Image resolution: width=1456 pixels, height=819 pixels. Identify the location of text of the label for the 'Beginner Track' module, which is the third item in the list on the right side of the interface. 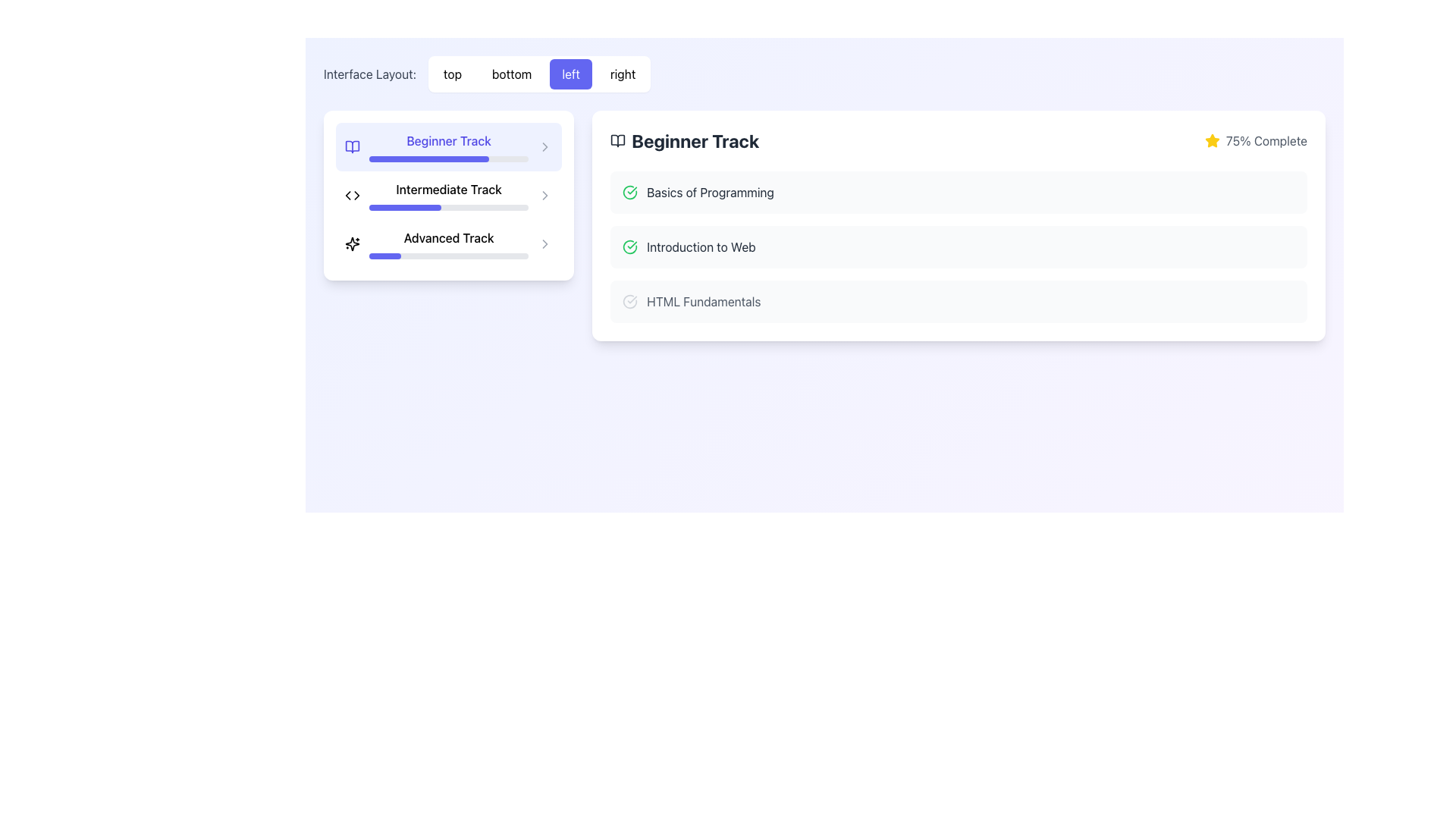
(703, 301).